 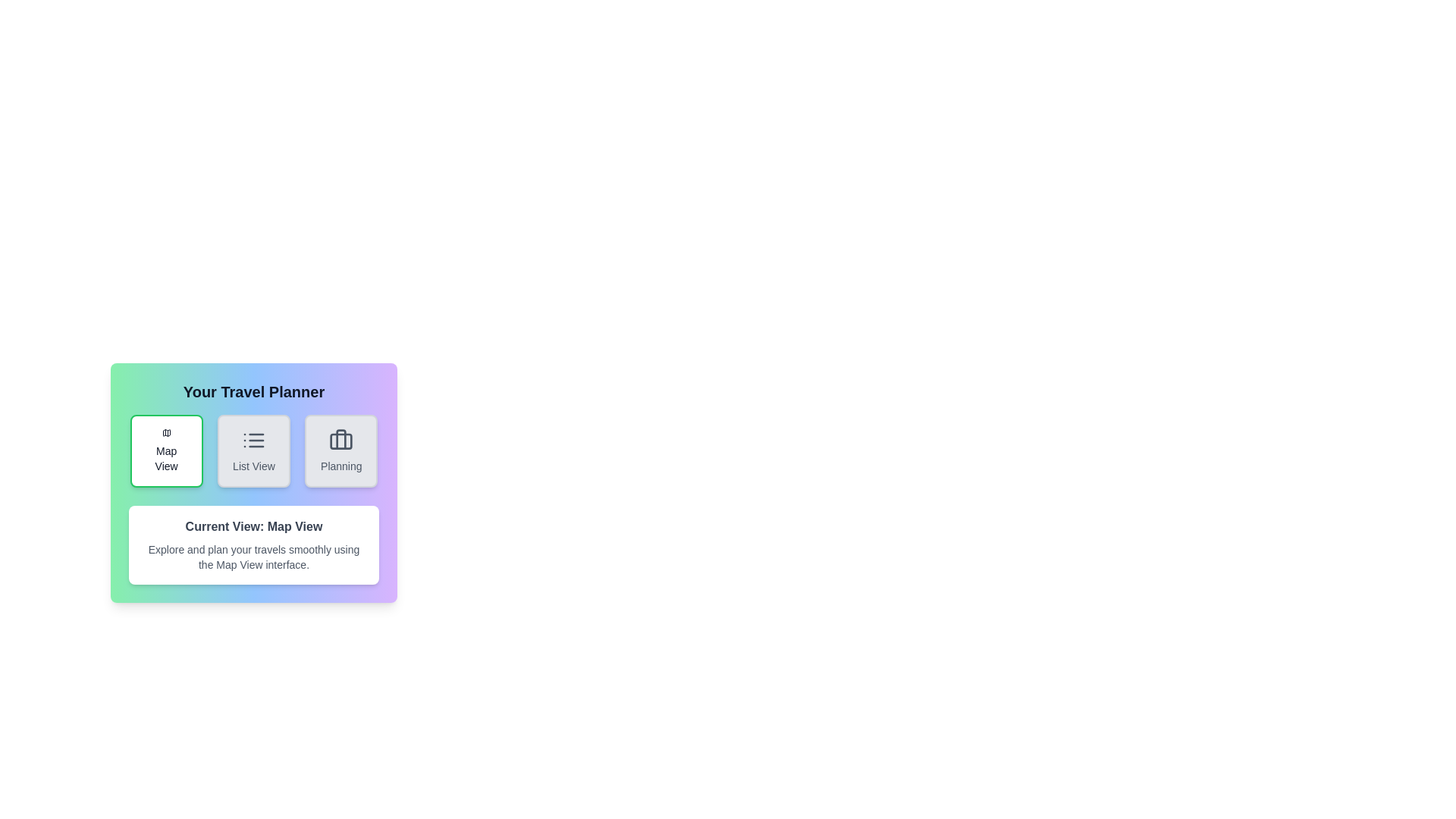 What do you see at coordinates (166, 450) in the screenshot?
I see `the Map View view by clicking the corresponding button` at bounding box center [166, 450].